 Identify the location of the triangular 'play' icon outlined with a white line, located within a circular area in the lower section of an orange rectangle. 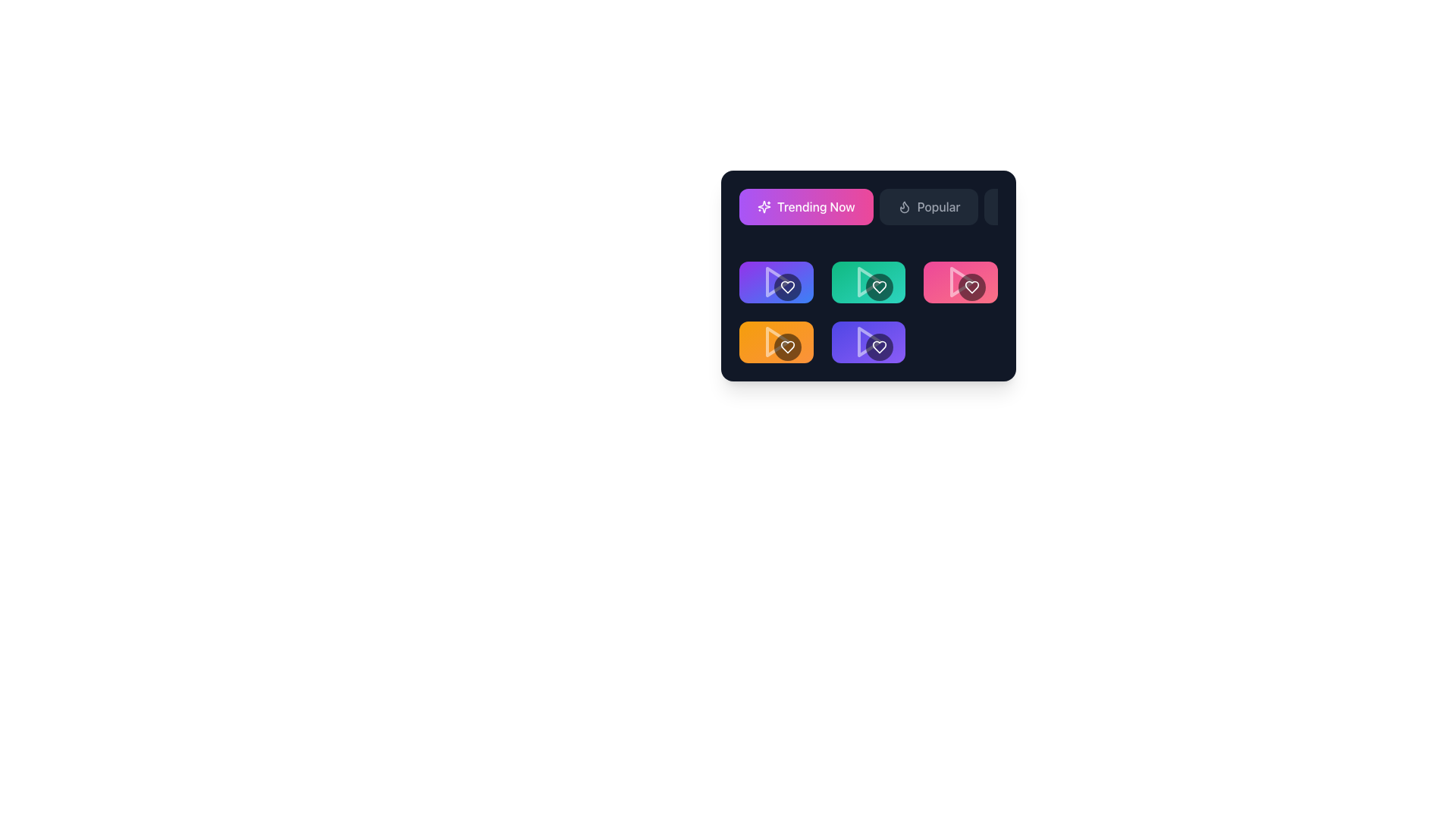
(776, 342).